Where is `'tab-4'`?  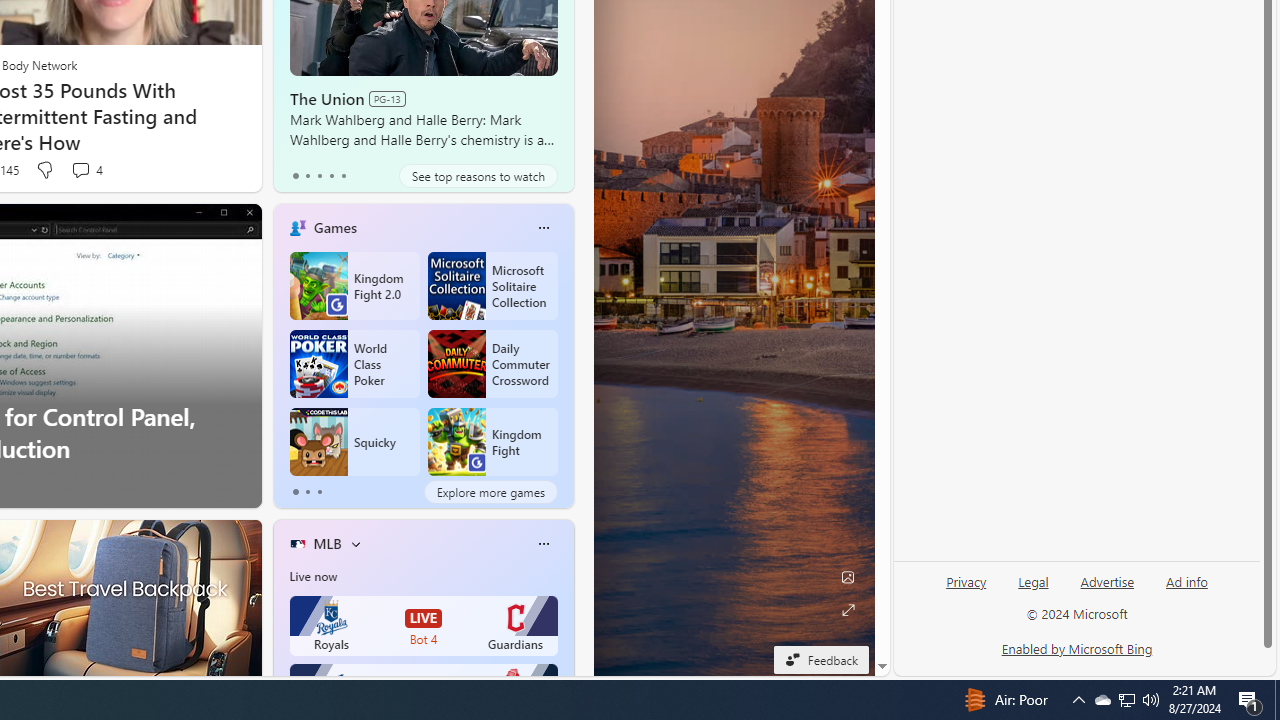
'tab-4' is located at coordinates (343, 175).